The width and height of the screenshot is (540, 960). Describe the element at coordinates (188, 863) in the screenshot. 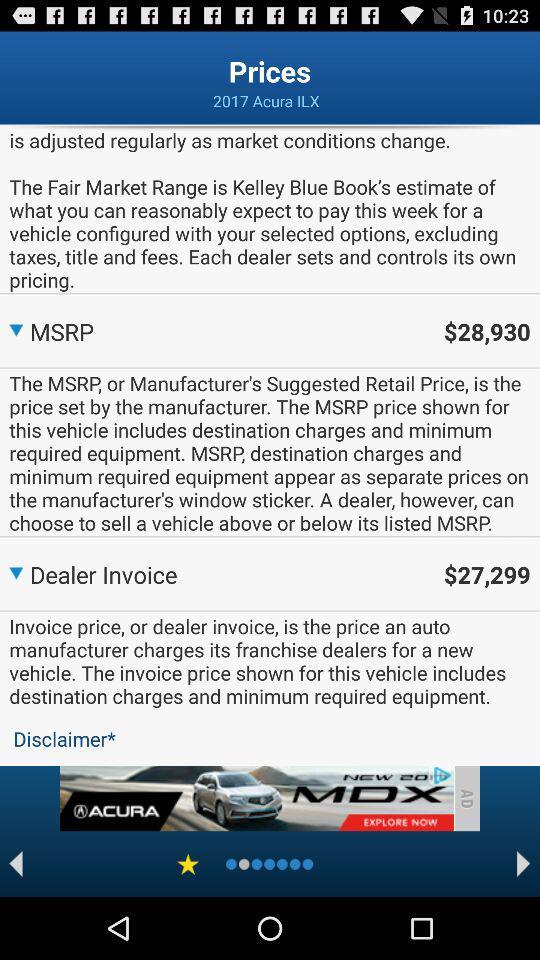

I see `star icon` at that location.